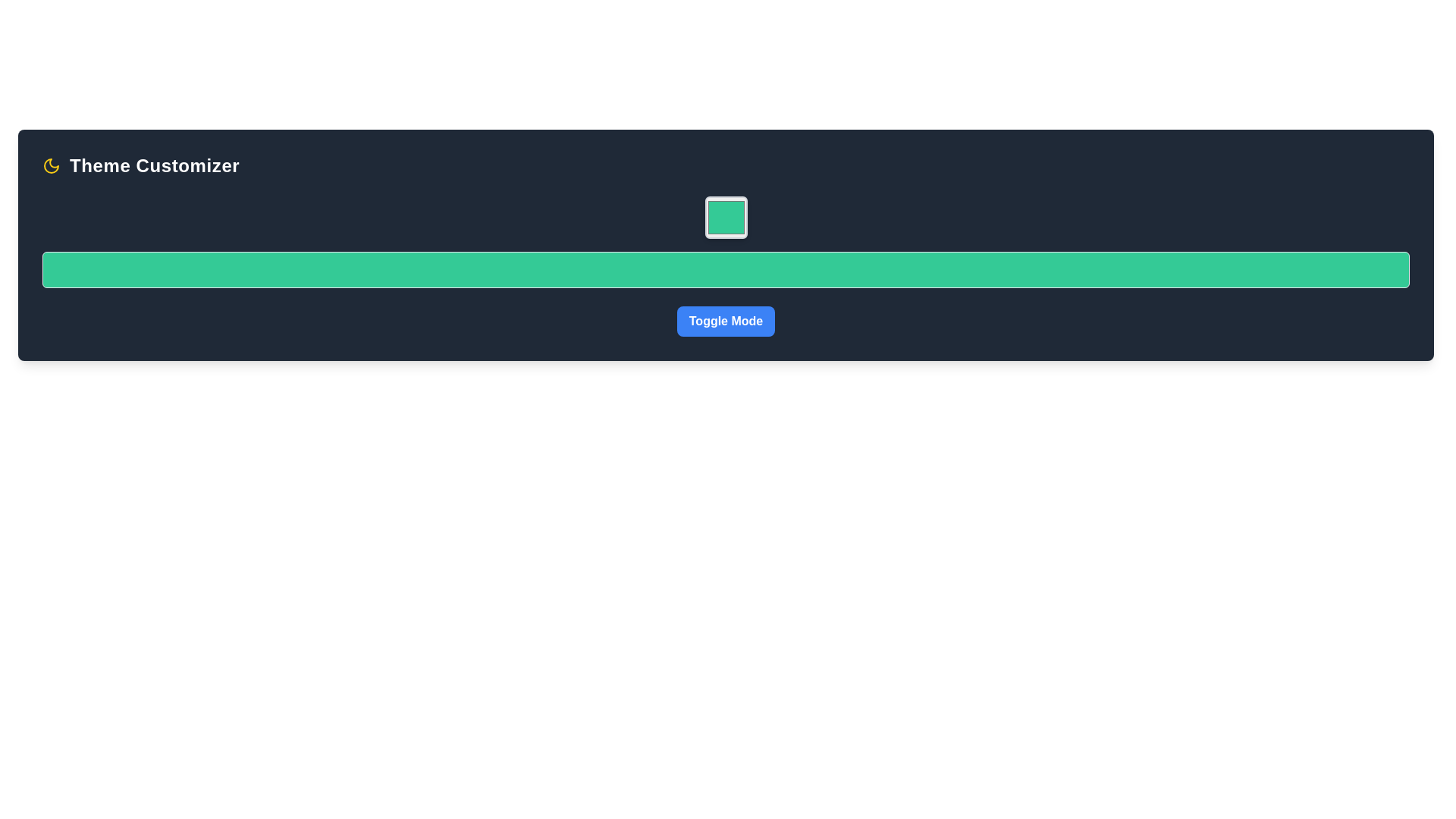  What do you see at coordinates (725, 217) in the screenshot?
I see `the Interactive Color Button in the Theme Customizer` at bounding box center [725, 217].